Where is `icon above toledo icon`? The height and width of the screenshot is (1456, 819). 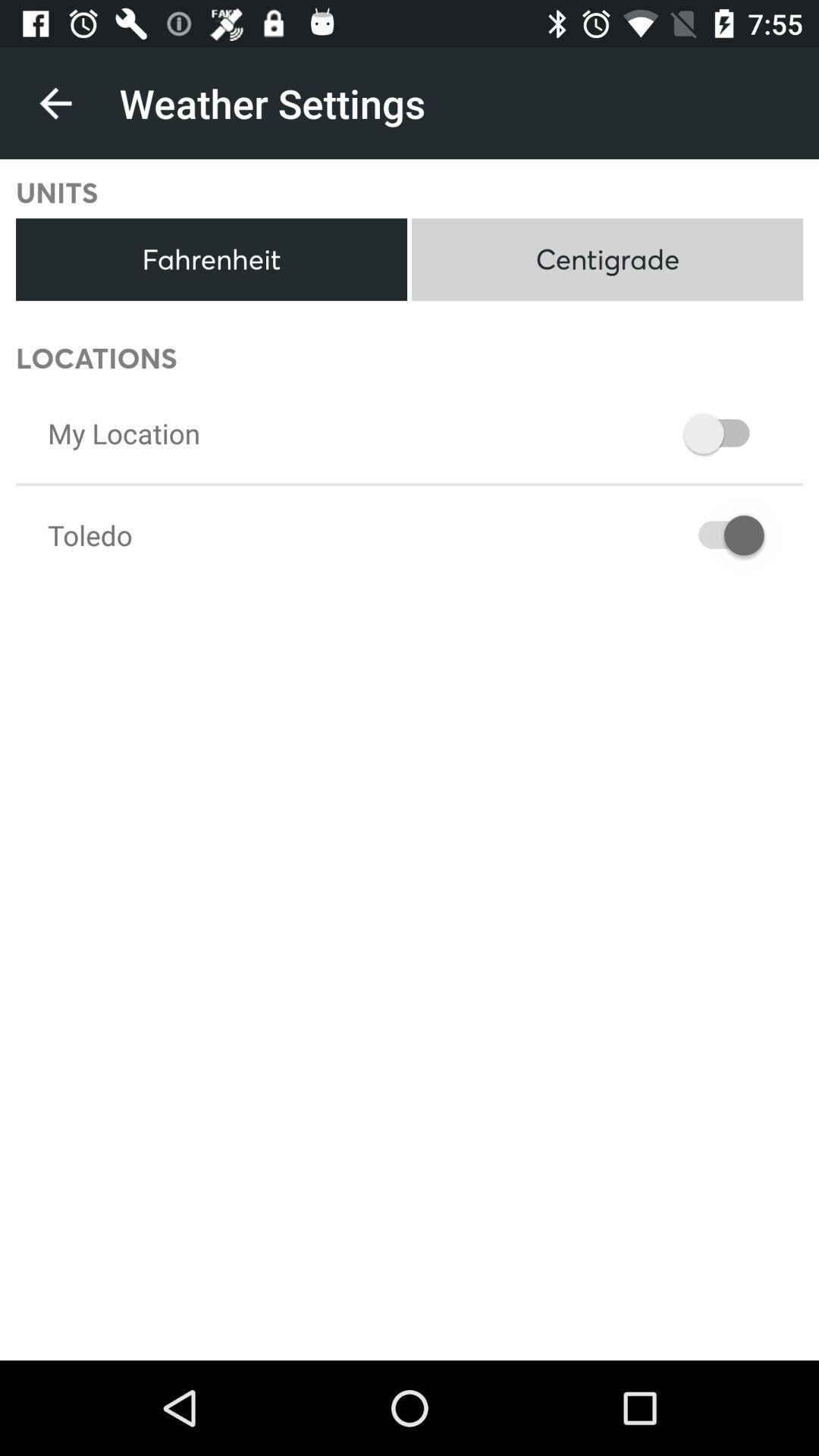
icon above toledo icon is located at coordinates (123, 432).